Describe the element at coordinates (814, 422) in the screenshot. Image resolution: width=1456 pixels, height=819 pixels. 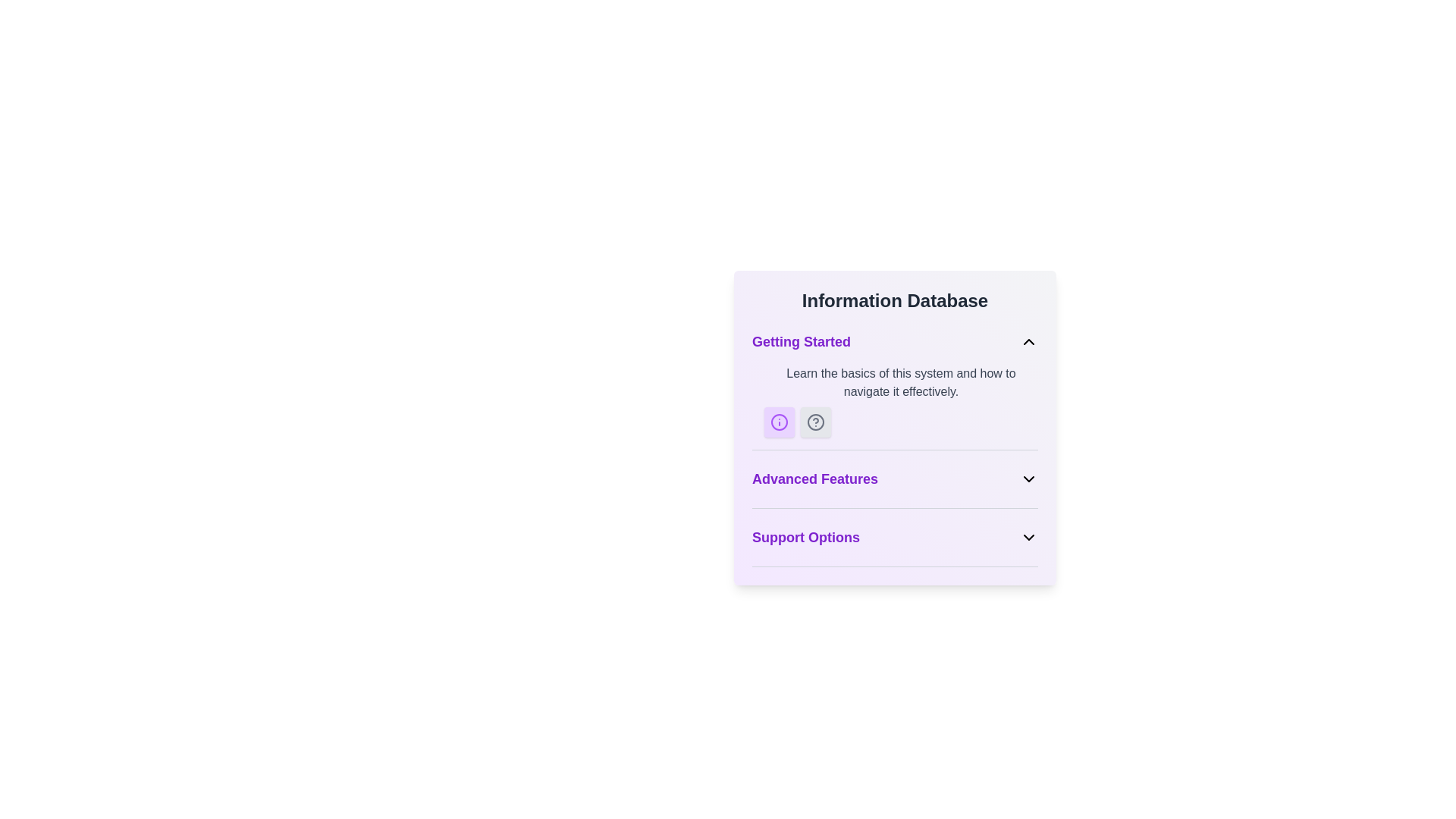
I see `the circular icon button with a gray border and a '?' symbol inside, located in the 'Getting Started' section of the 'Information Database' card` at that location.